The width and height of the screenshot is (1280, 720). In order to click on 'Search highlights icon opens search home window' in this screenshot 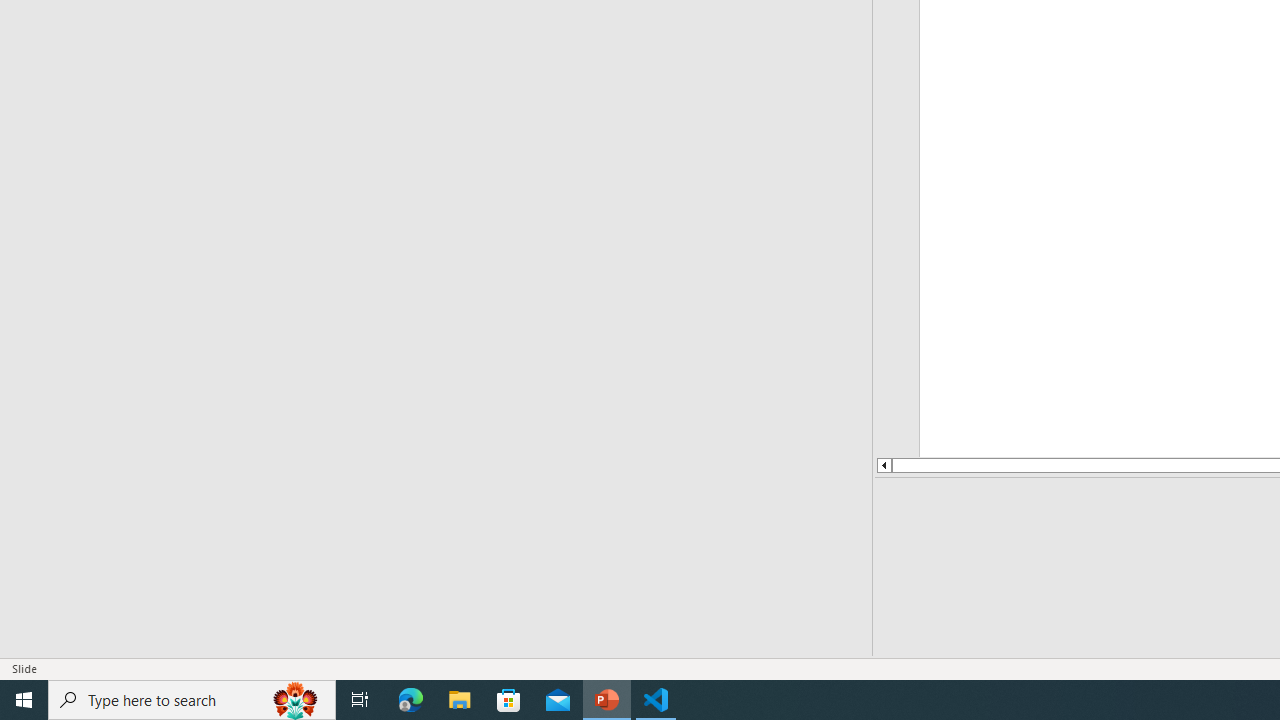, I will do `click(294, 698)`.